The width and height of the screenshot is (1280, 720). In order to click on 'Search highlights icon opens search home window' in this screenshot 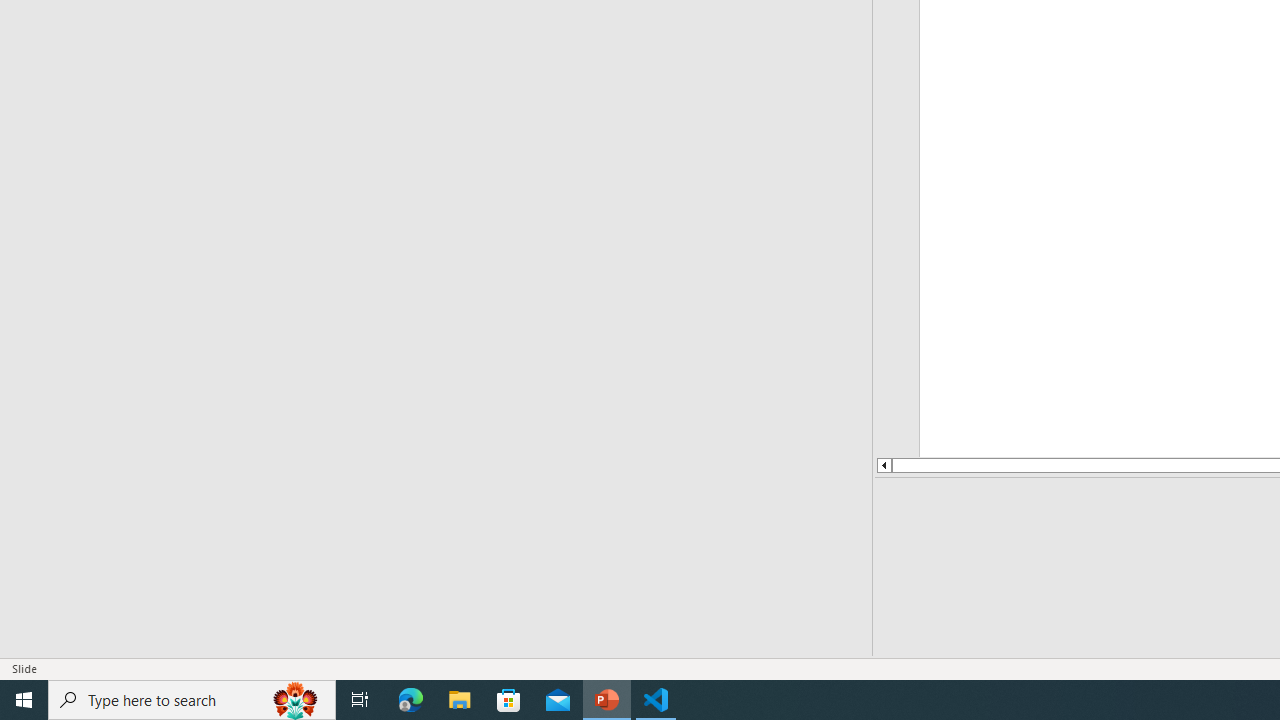, I will do `click(294, 698)`.